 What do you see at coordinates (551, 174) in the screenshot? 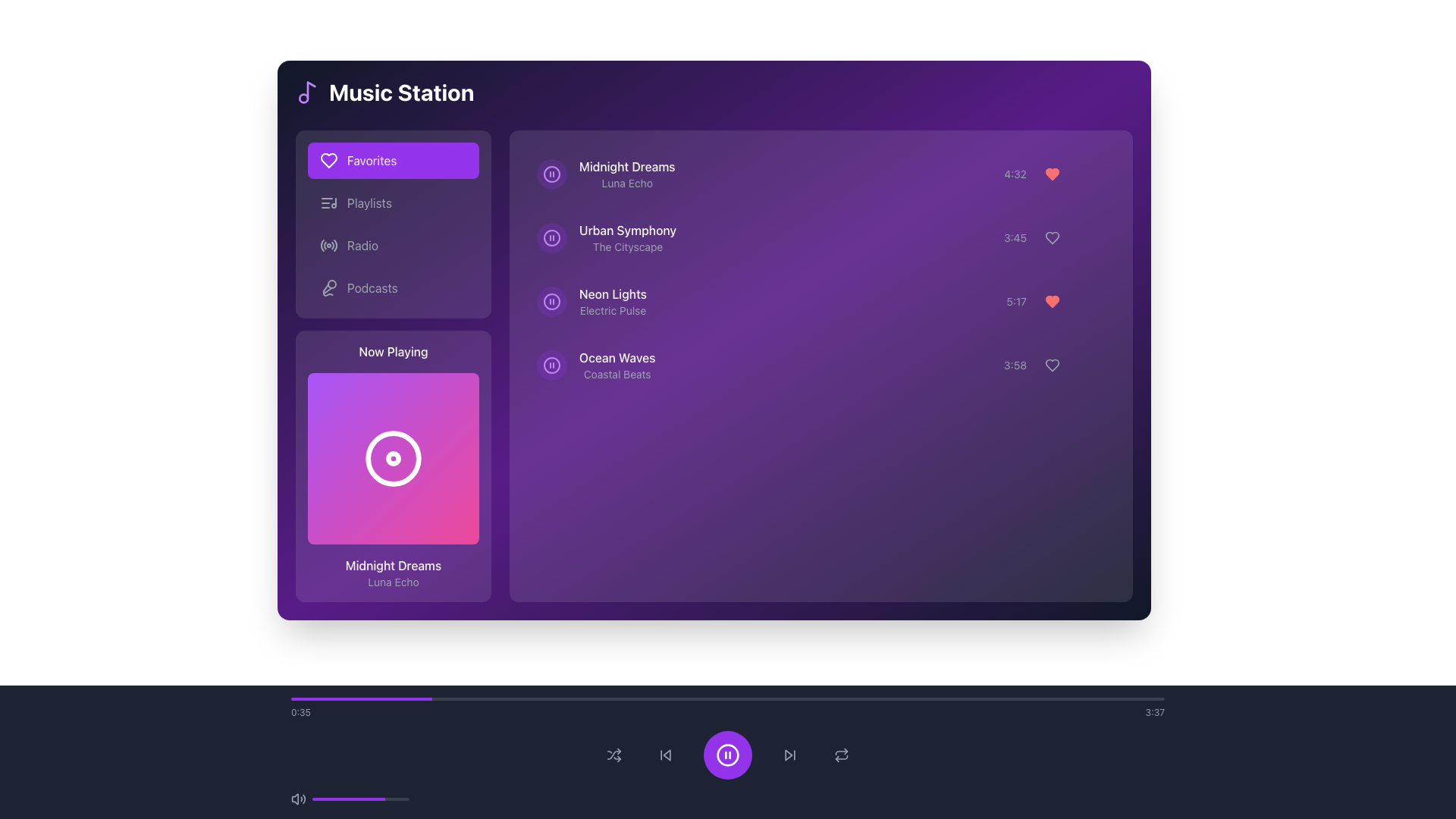
I see `the circular button with a purple filled background and a pause symbol icon, located` at bounding box center [551, 174].